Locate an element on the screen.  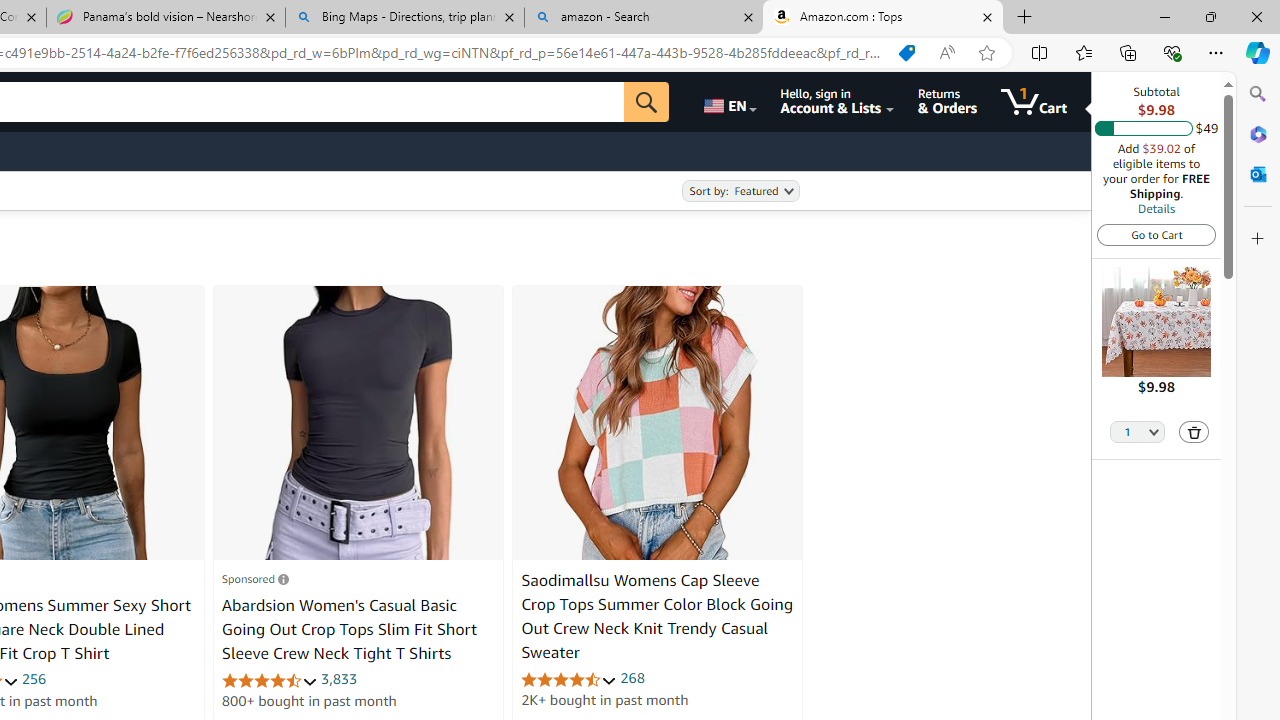
'Choose a language for shopping.' is located at coordinates (727, 101).